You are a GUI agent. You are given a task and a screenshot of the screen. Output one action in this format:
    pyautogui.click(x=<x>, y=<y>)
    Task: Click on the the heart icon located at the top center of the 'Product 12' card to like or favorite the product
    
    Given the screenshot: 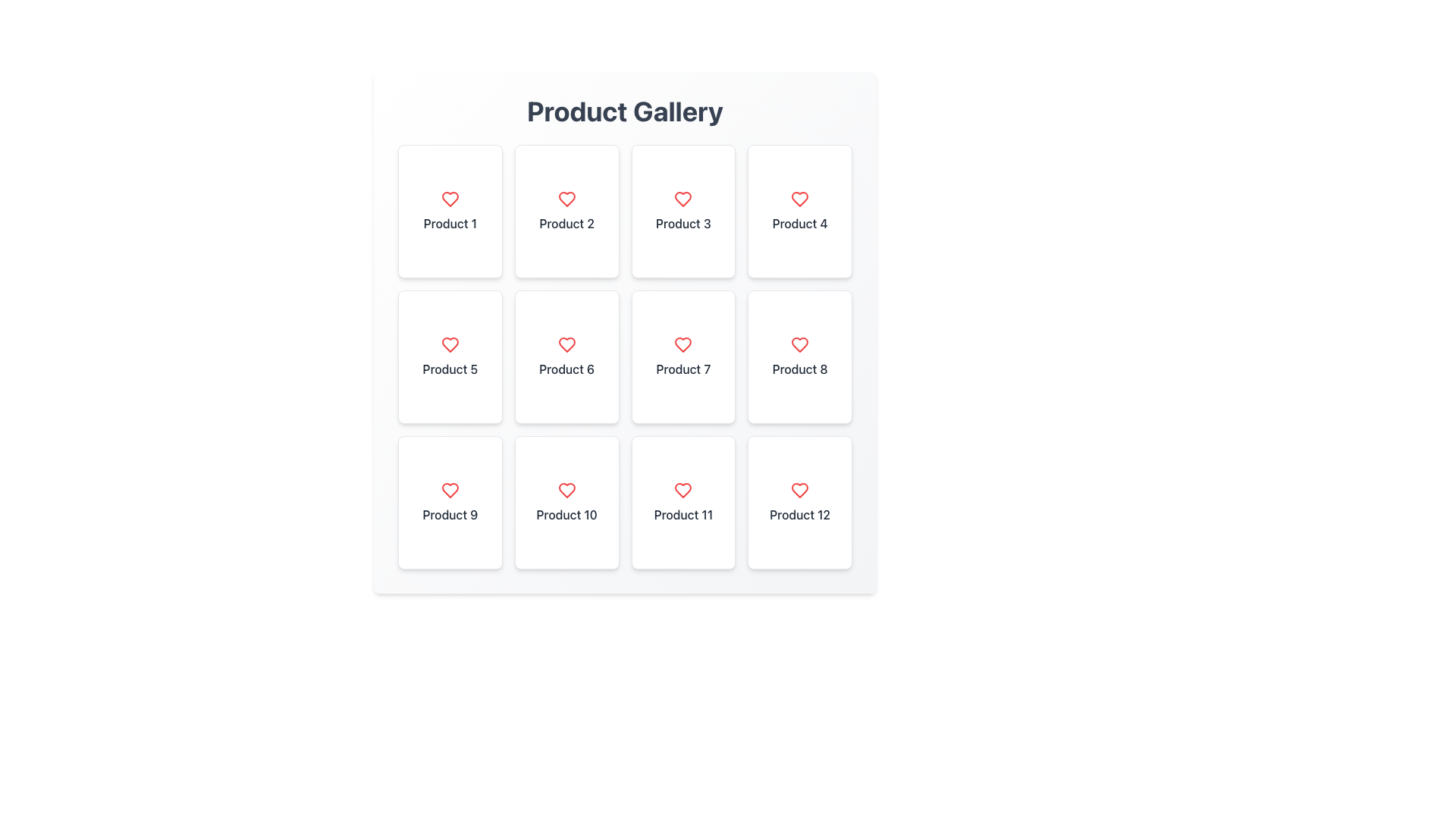 What is the action you would take?
    pyautogui.click(x=799, y=491)
    